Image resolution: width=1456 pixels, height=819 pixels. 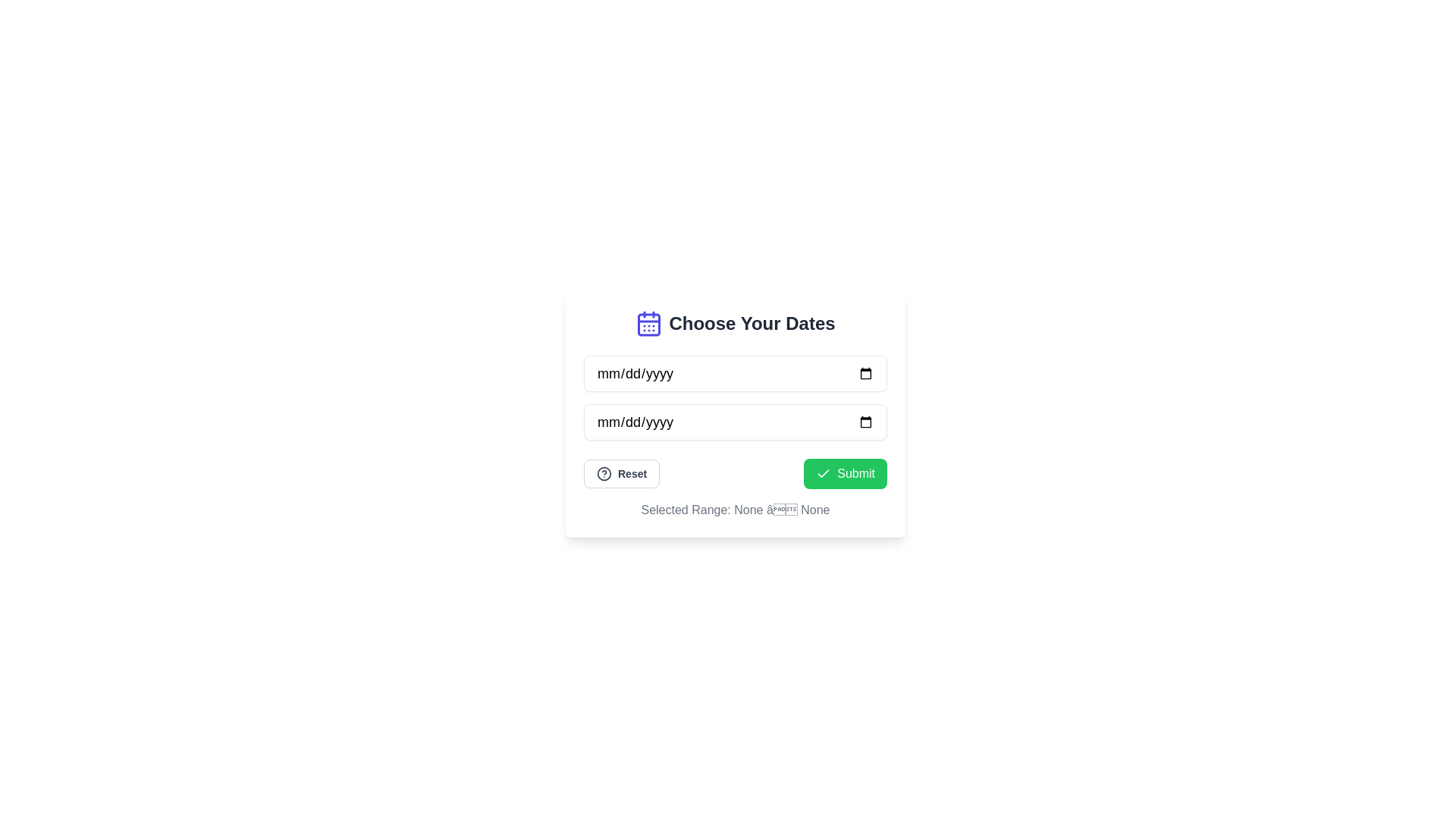 What do you see at coordinates (603, 472) in the screenshot?
I see `the help icon located inside the 'Reset' button, which is positioned to the left of the text 'Reset' and below the date input fields` at bounding box center [603, 472].